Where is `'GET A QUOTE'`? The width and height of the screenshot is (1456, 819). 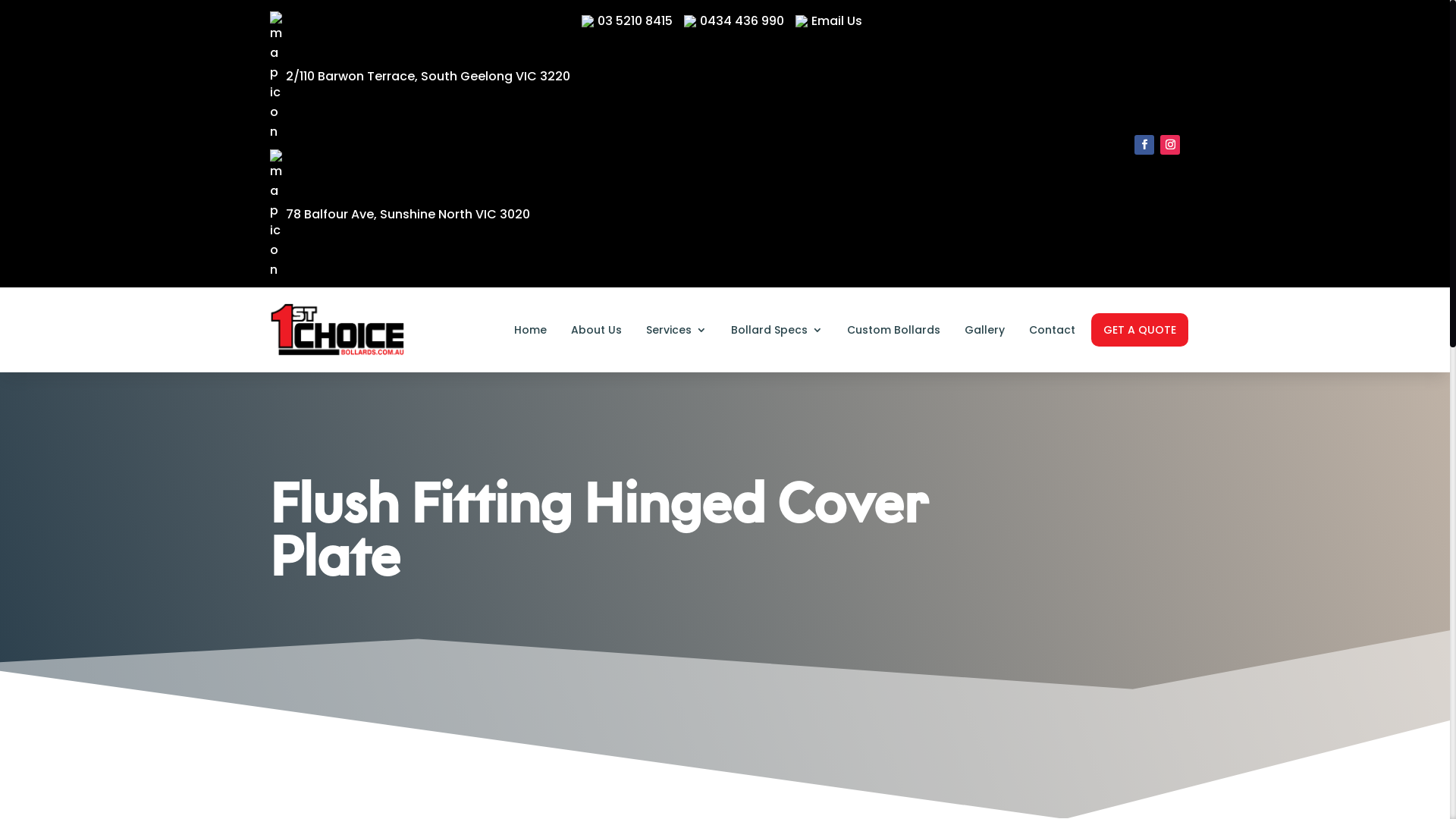 'GET A QUOTE' is located at coordinates (1139, 329).